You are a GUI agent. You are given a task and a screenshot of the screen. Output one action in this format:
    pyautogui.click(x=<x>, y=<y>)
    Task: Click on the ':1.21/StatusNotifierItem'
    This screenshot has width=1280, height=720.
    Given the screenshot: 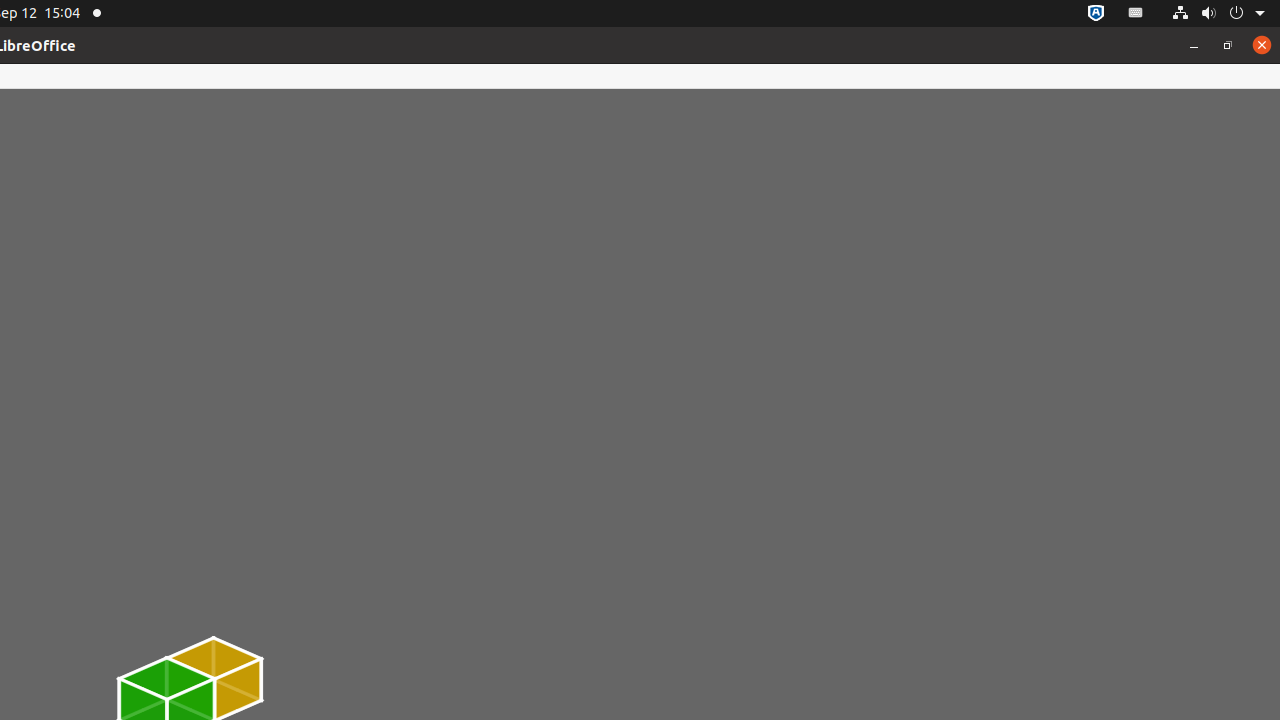 What is the action you would take?
    pyautogui.click(x=1136, y=13)
    